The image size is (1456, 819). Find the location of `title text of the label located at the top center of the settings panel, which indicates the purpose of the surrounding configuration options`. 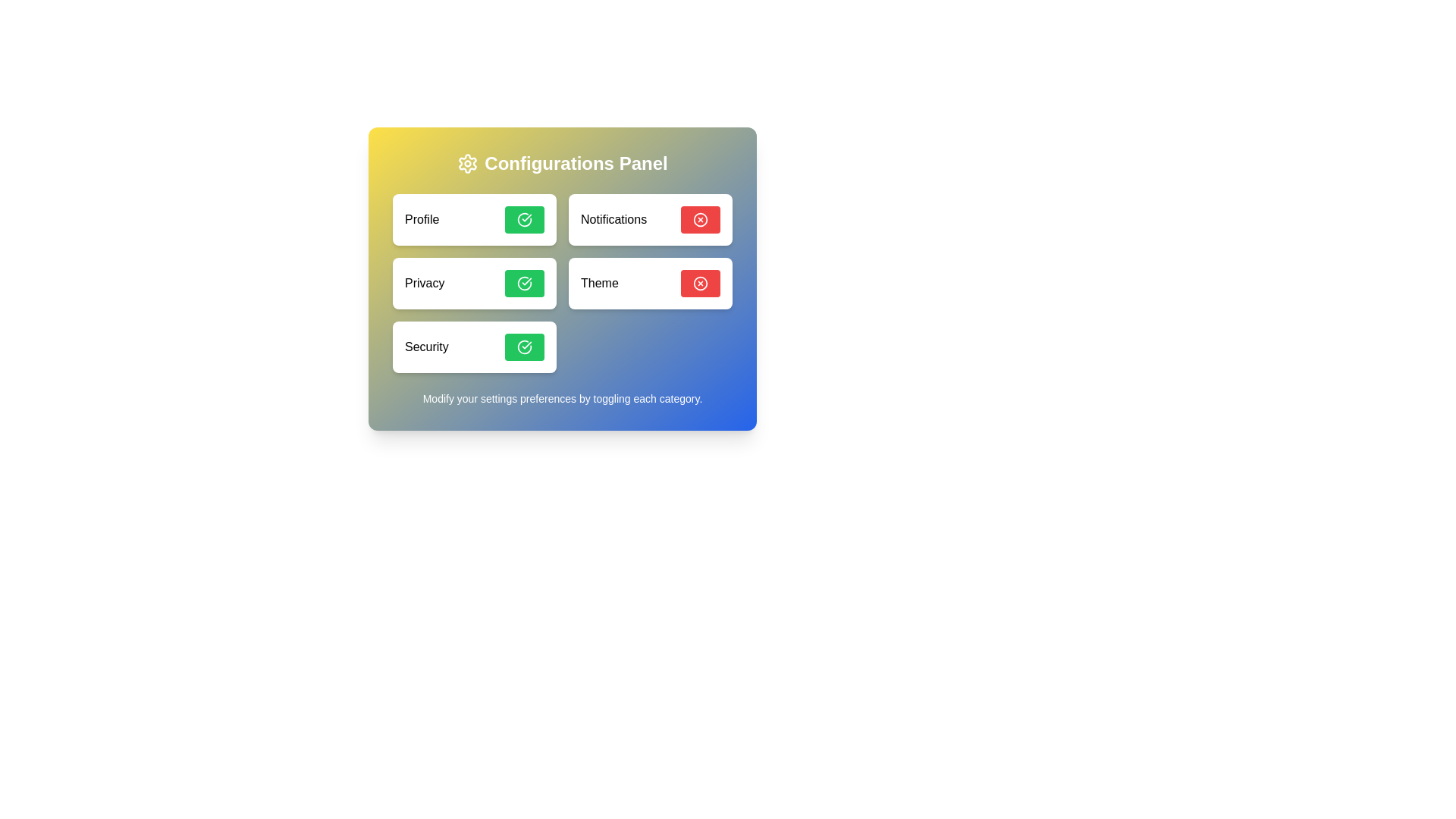

title text of the label located at the top center of the settings panel, which indicates the purpose of the surrounding configuration options is located at coordinates (562, 164).